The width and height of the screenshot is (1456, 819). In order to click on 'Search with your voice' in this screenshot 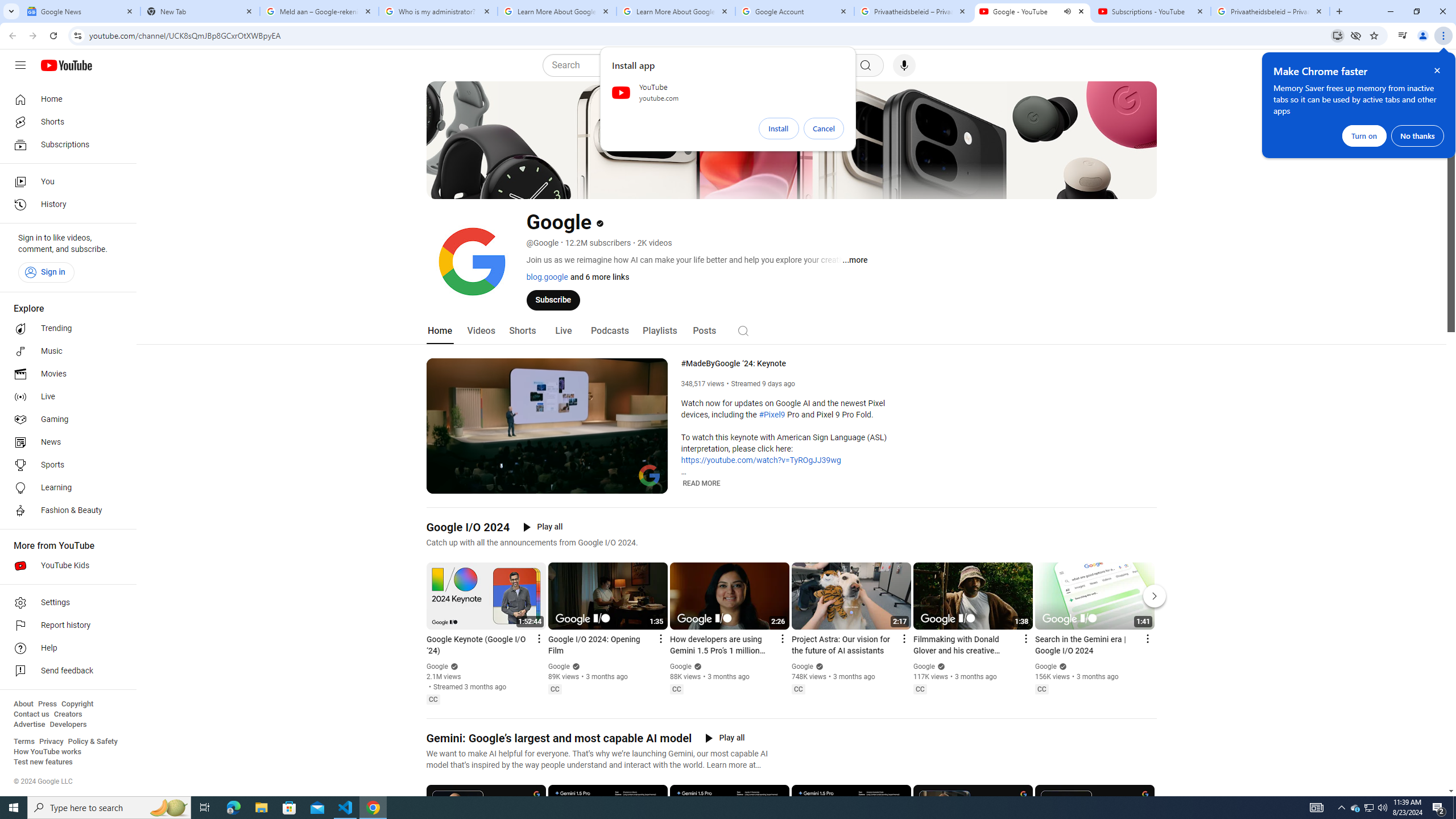, I will do `click(904, 65)`.